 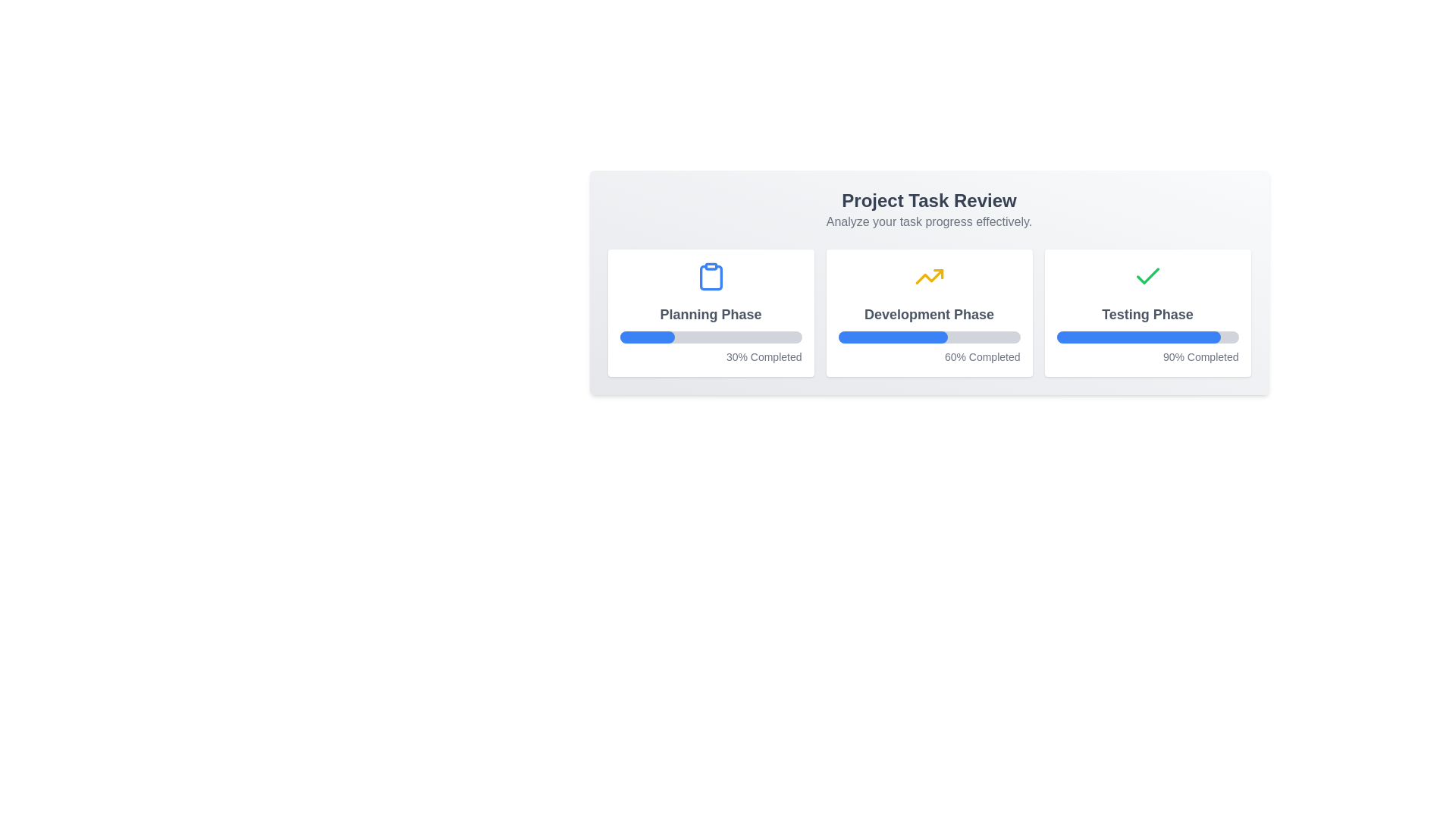 I want to click on the decorative icon representing documentation or planning located above the 'Planning Phase' text and the '30% Completed' progress bar, so click(x=710, y=277).